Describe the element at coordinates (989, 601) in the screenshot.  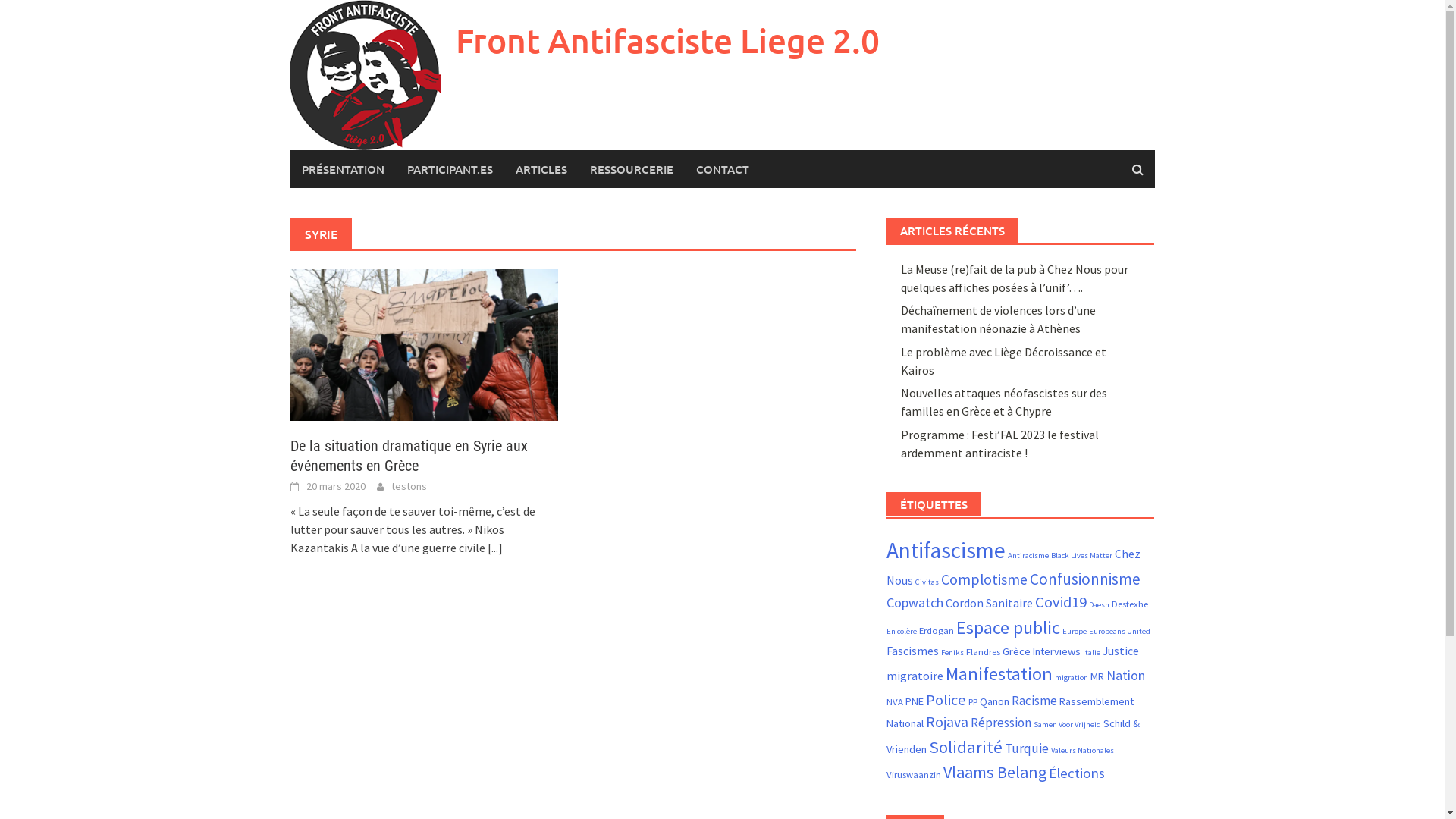
I see `'Cordon Sanitaire'` at that location.